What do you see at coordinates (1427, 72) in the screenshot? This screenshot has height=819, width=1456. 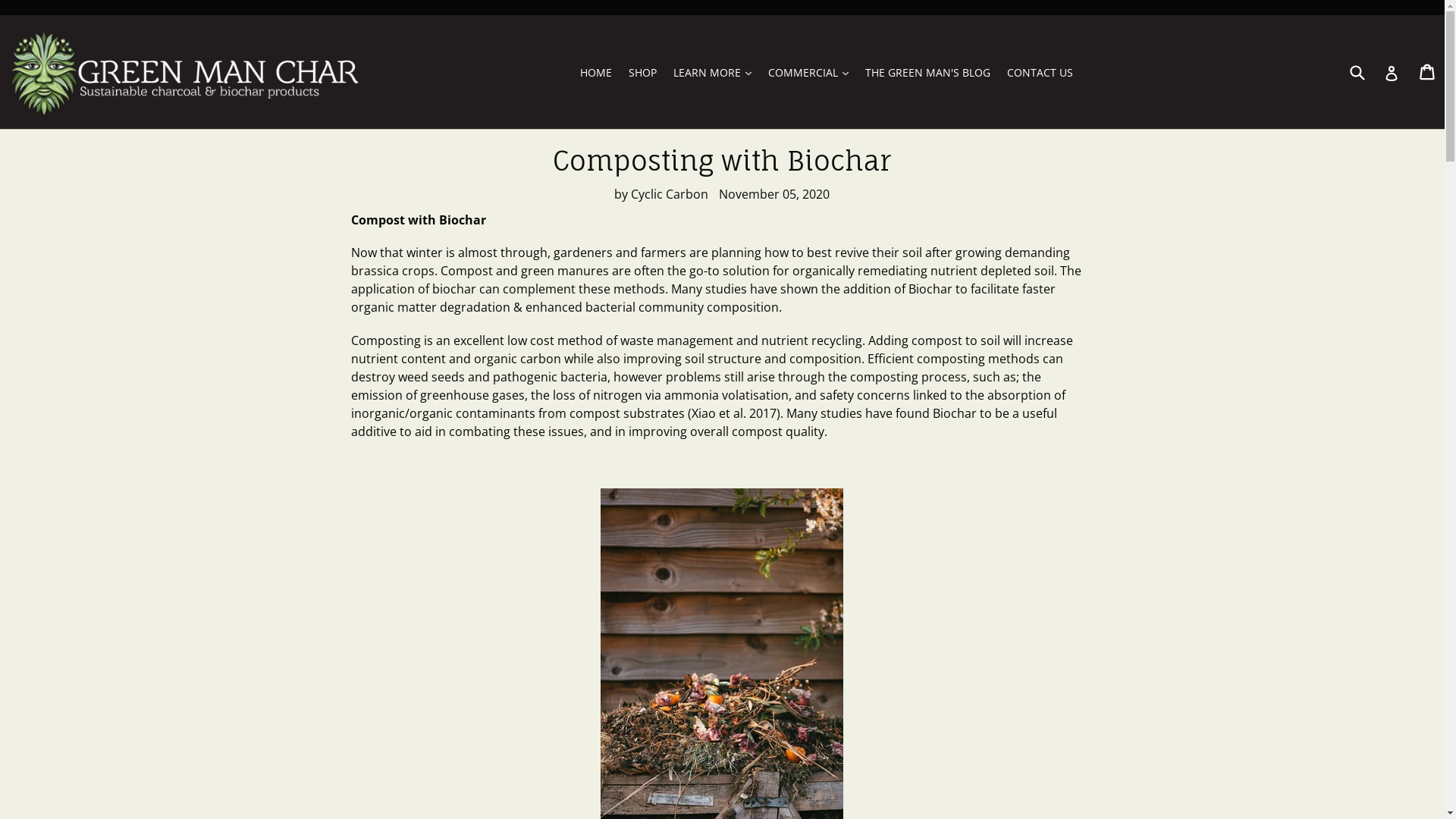 I see `'Cart` at bounding box center [1427, 72].